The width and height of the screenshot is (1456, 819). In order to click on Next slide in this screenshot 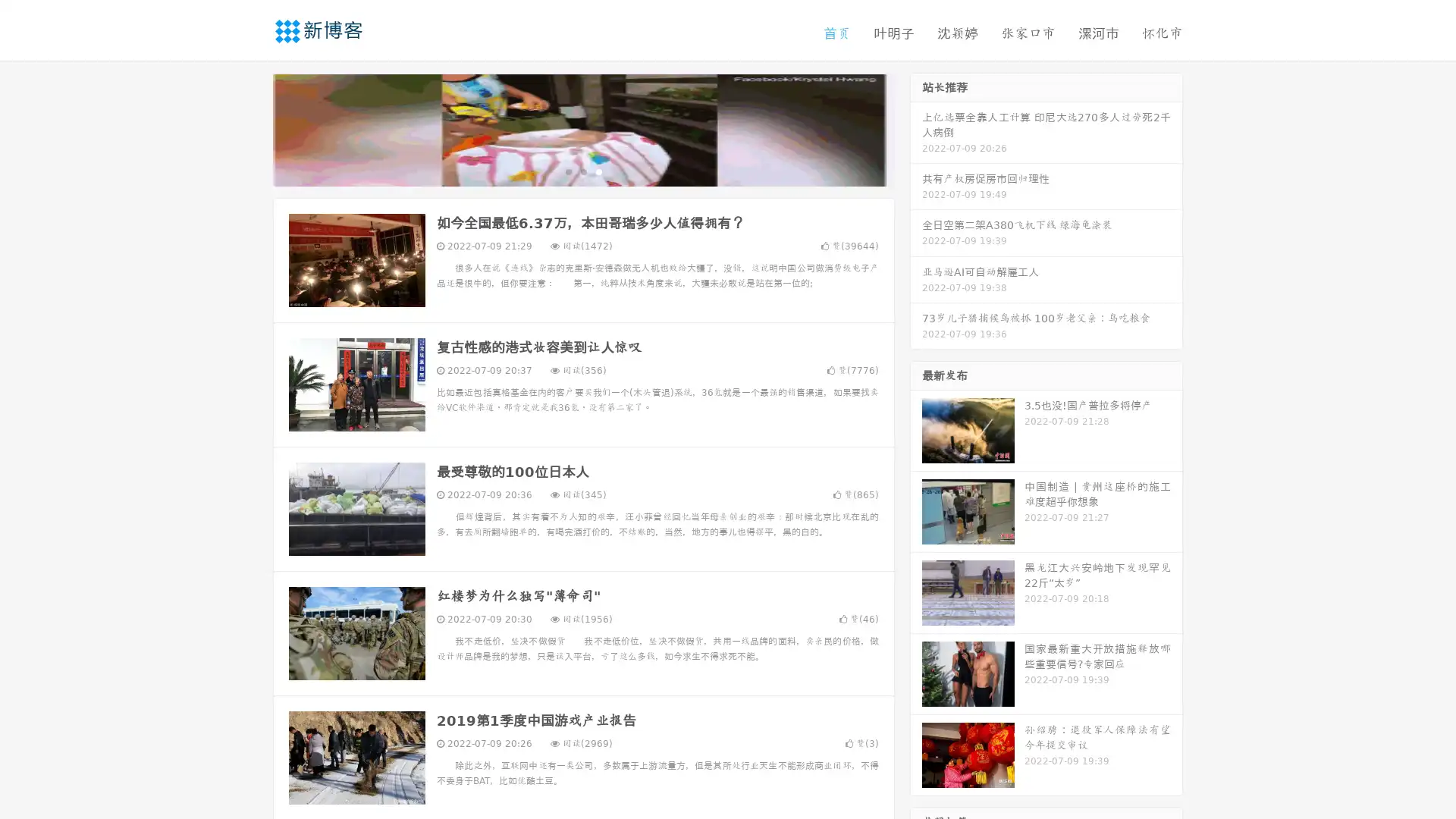, I will do `click(916, 127)`.